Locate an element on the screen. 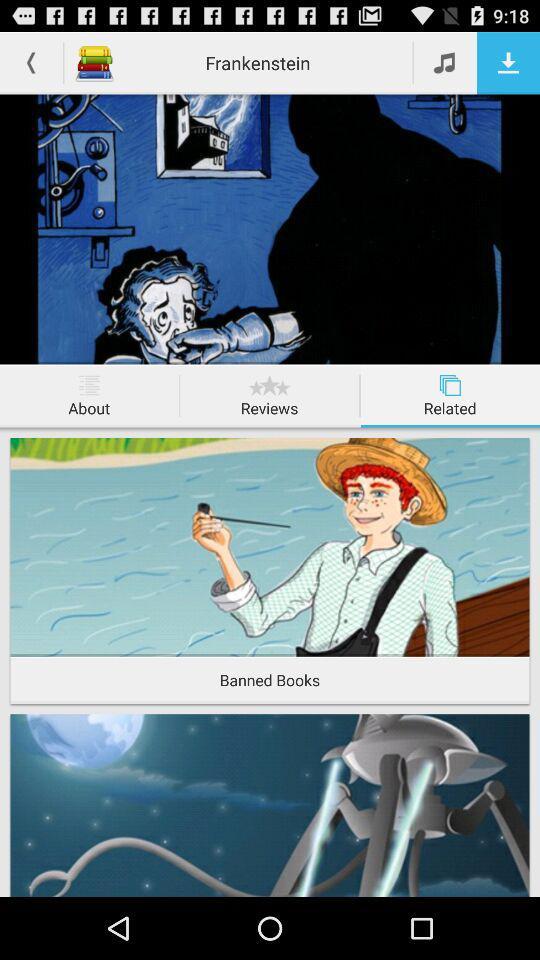 The width and height of the screenshot is (540, 960). music is located at coordinates (445, 62).